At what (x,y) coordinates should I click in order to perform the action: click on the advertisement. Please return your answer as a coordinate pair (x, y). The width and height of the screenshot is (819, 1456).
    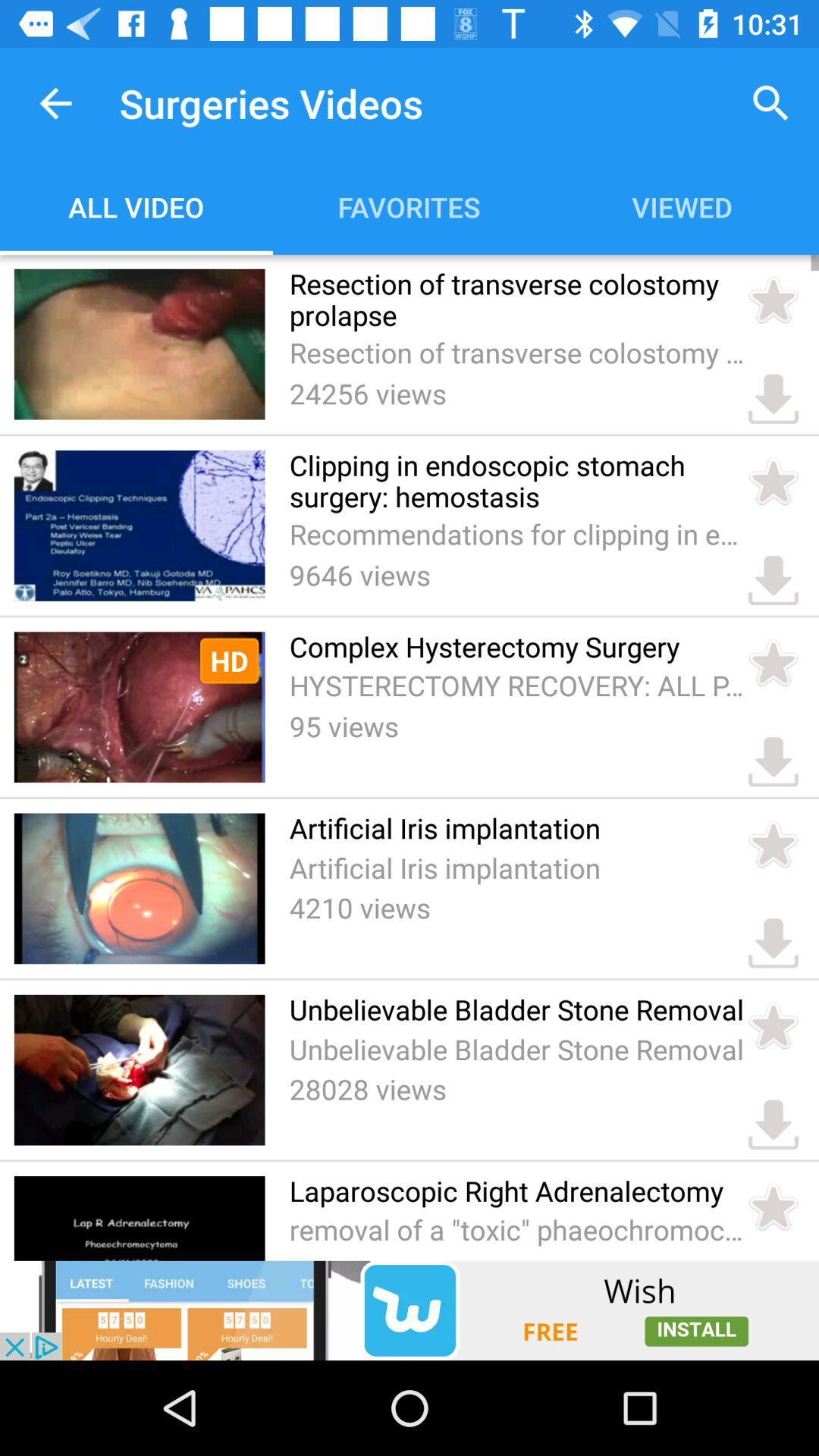
    Looking at the image, I should click on (409, 1310).